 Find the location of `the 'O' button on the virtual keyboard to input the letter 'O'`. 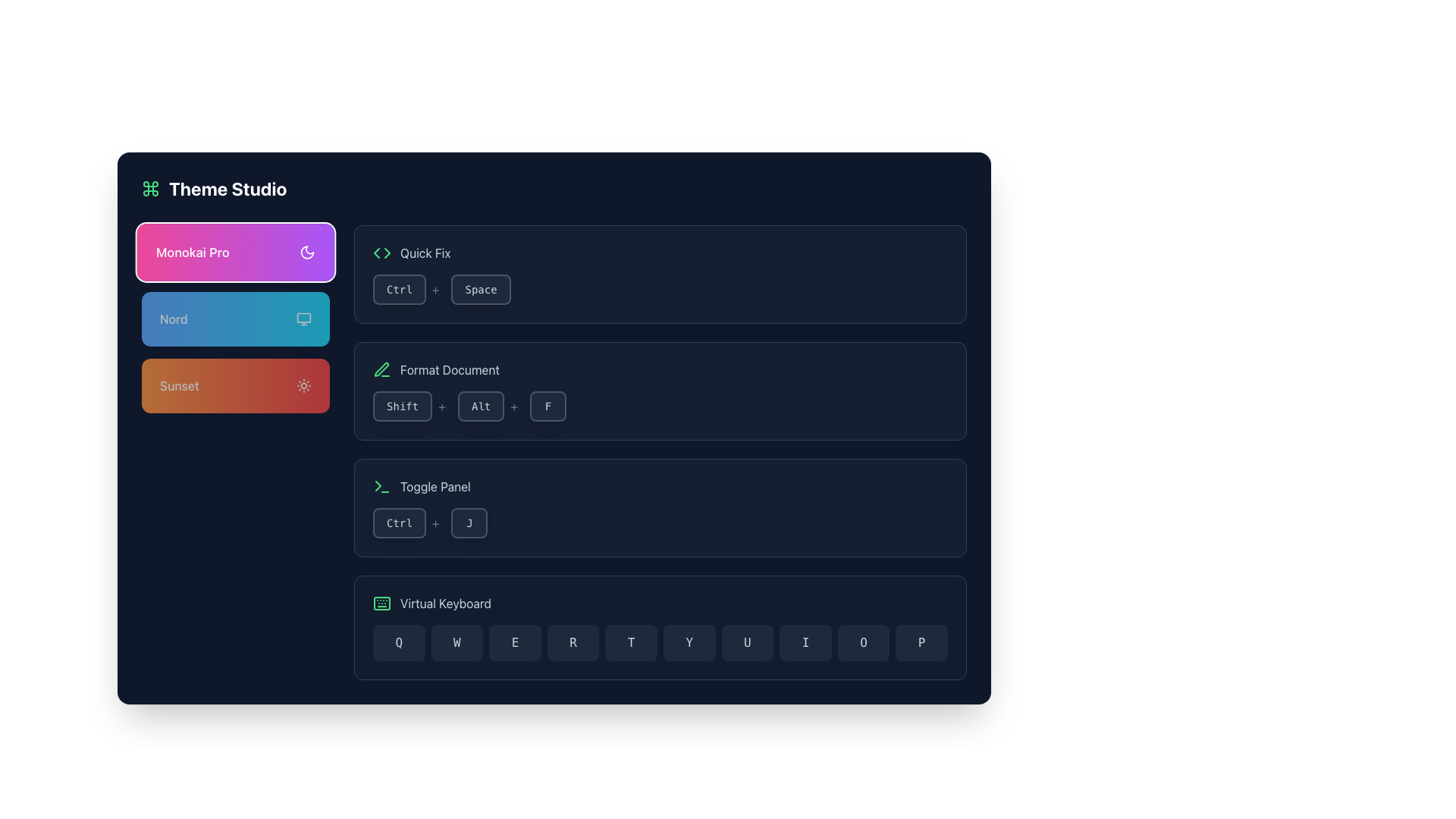

the 'O' button on the virtual keyboard to input the letter 'O' is located at coordinates (864, 643).